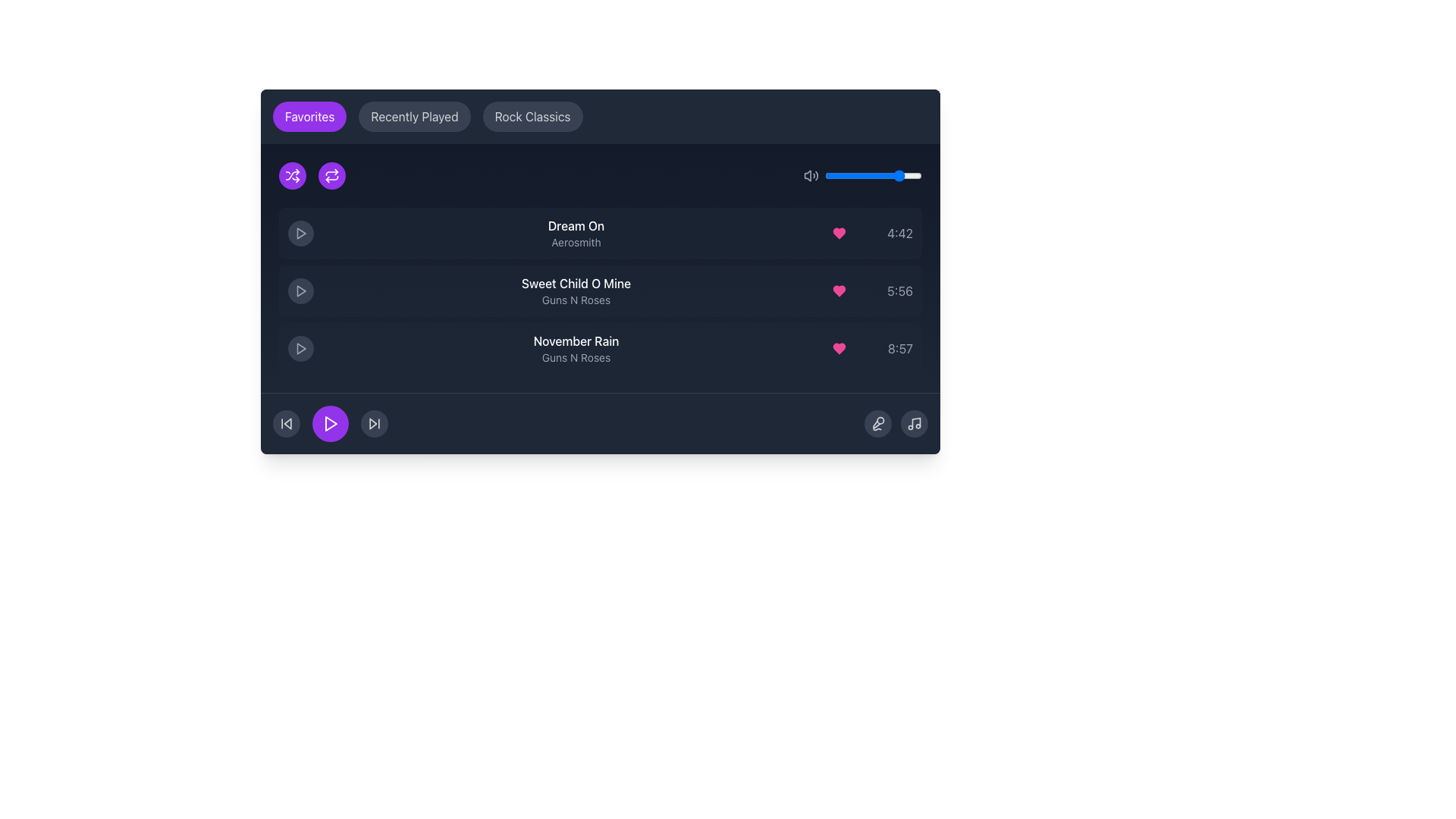 The height and width of the screenshot is (819, 1456). I want to click on to select a song from the interactive song list displayed in the music player interface, so click(600, 268).